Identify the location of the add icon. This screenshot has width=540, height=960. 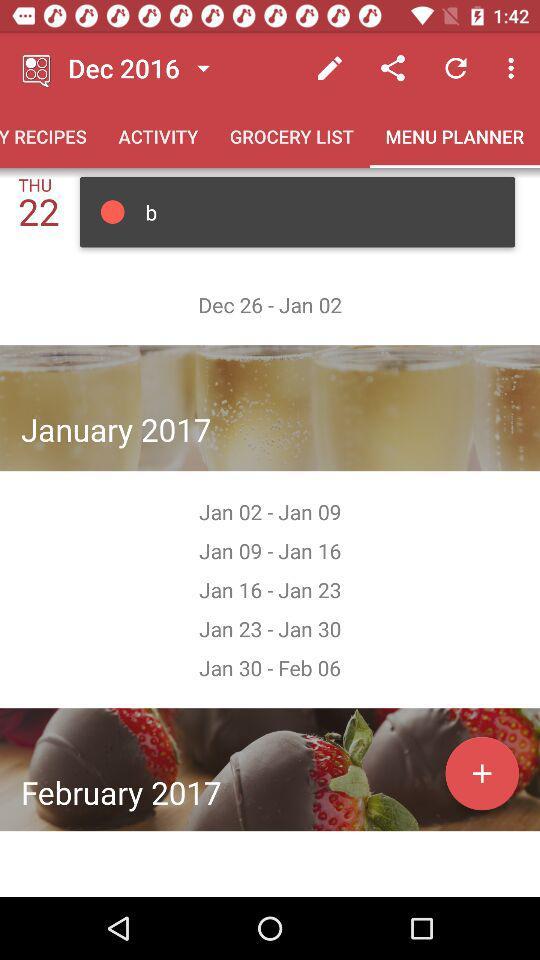
(481, 772).